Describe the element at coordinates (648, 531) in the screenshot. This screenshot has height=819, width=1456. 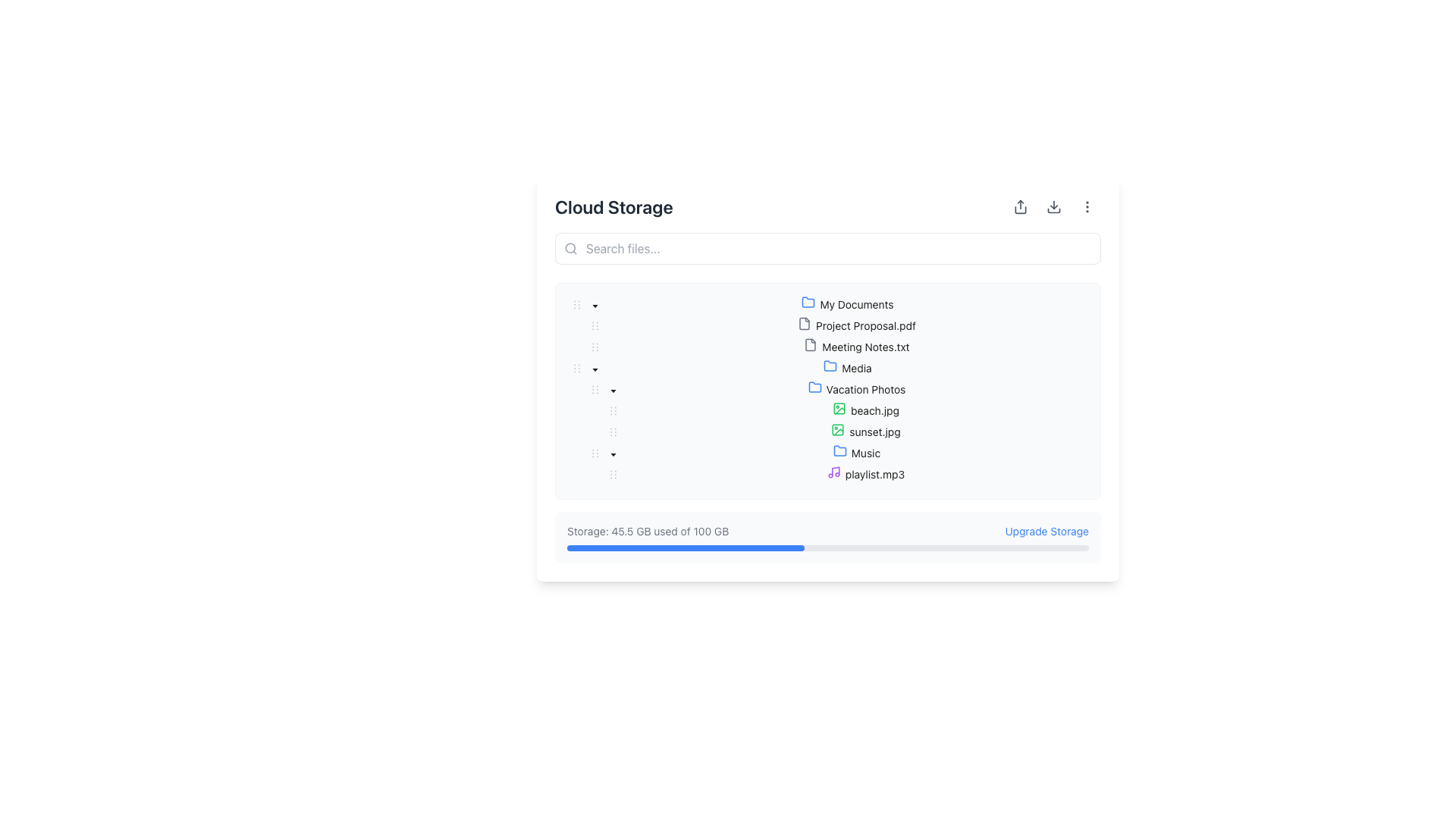
I see `the informational text label indicating current storage usage, located in the bottom-right part of the interface, above the horizontal progress bar and next to the 'Upgrade Storage' text` at that location.